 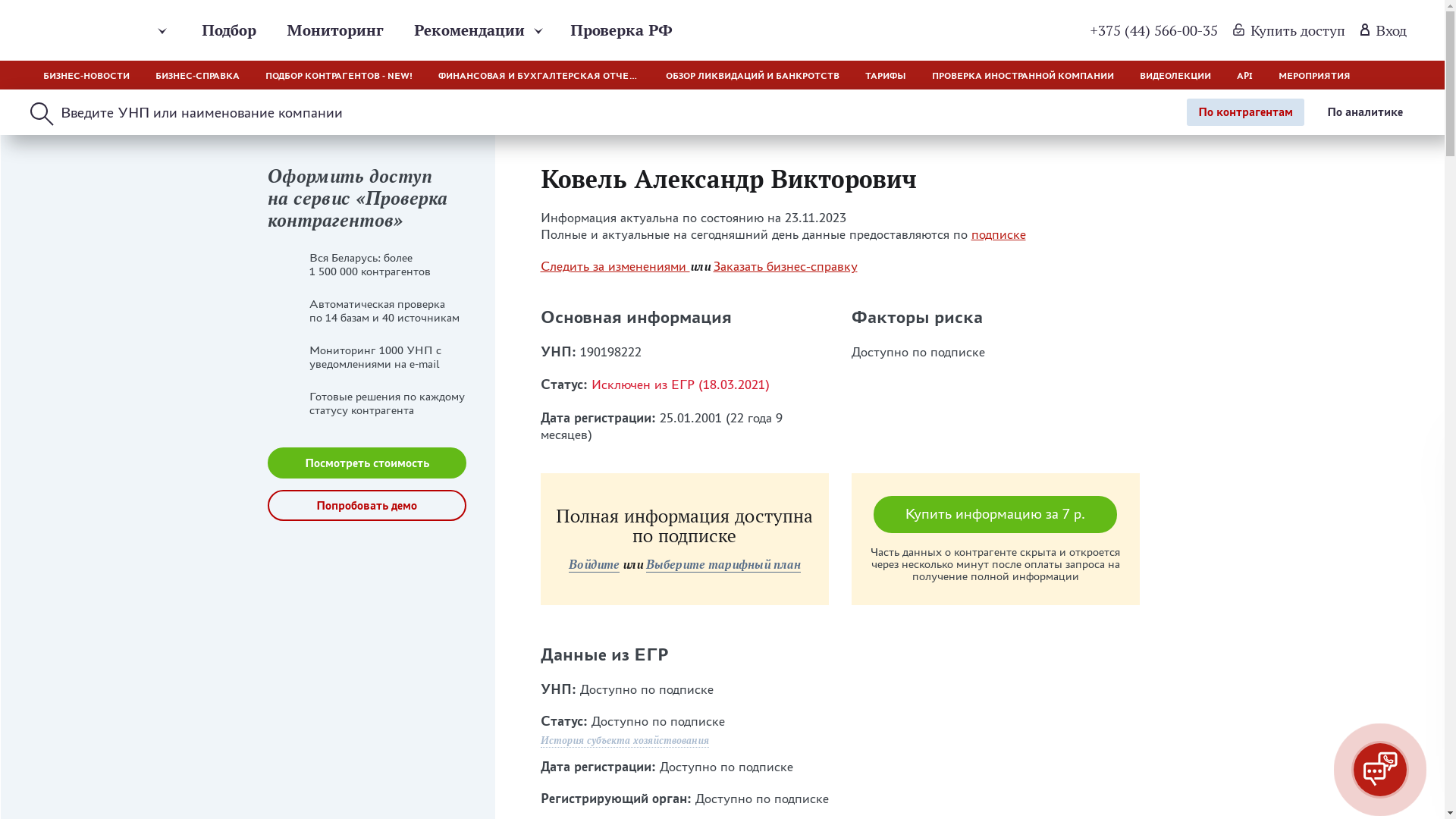 What do you see at coordinates (1153, 30) in the screenshot?
I see `'+375 (44) 566-00-35'` at bounding box center [1153, 30].